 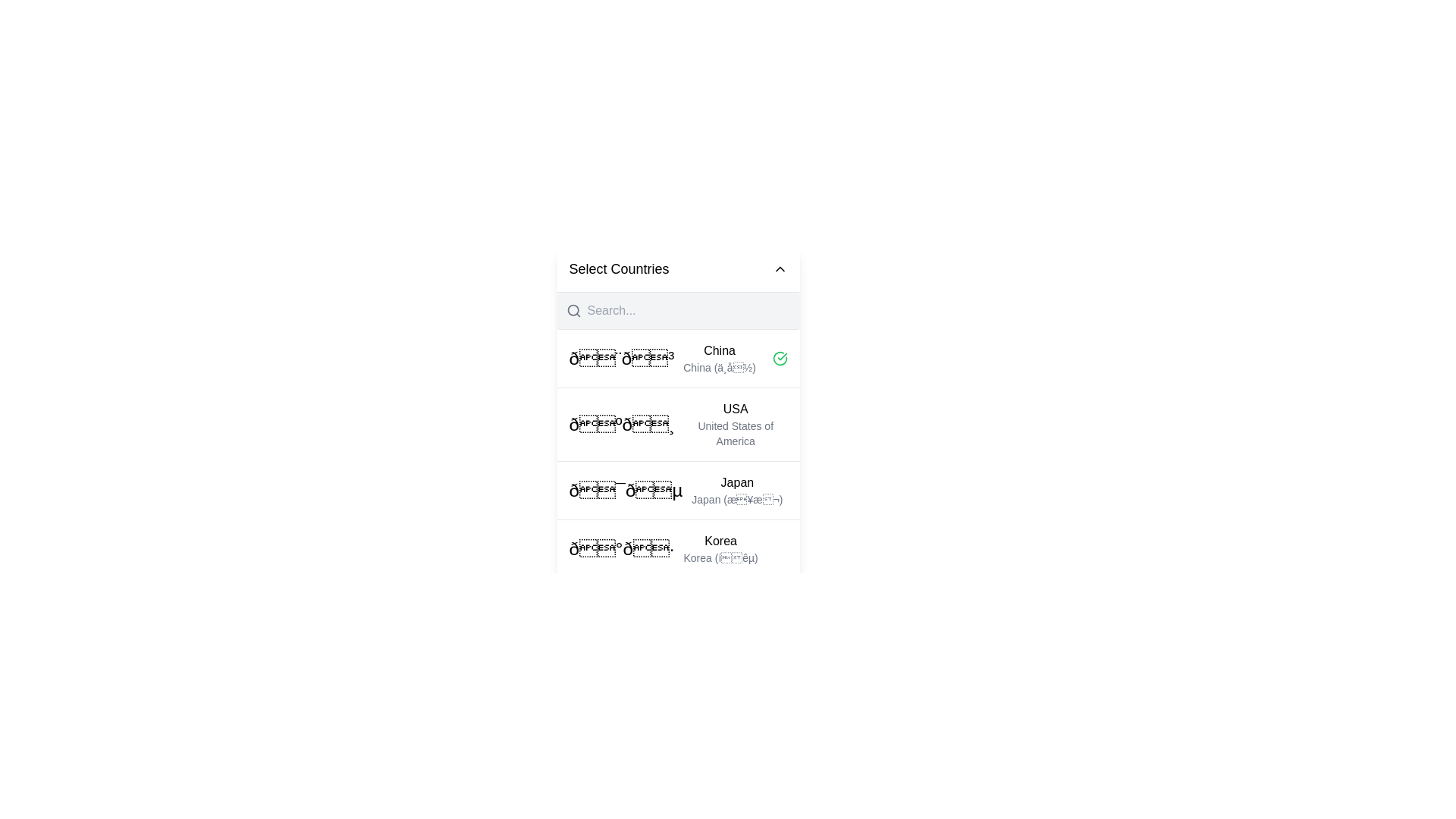 I want to click on the text-based list item displaying 'Korea', so click(x=720, y=549).